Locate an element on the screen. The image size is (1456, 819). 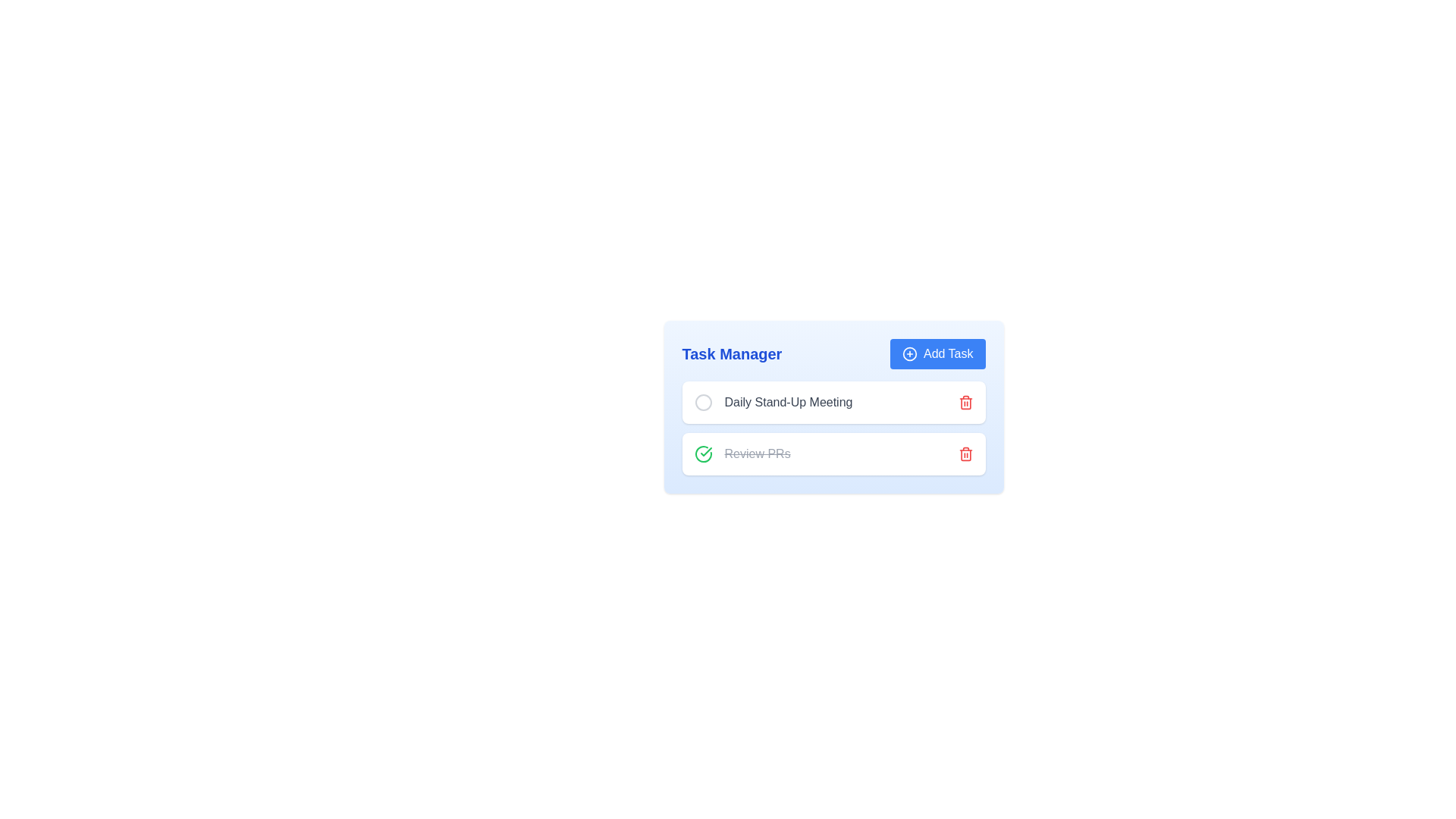
the static text label that indicates the title or description of the first task entry in the task management system, positioned to the right of a circular icon is located at coordinates (789, 402).